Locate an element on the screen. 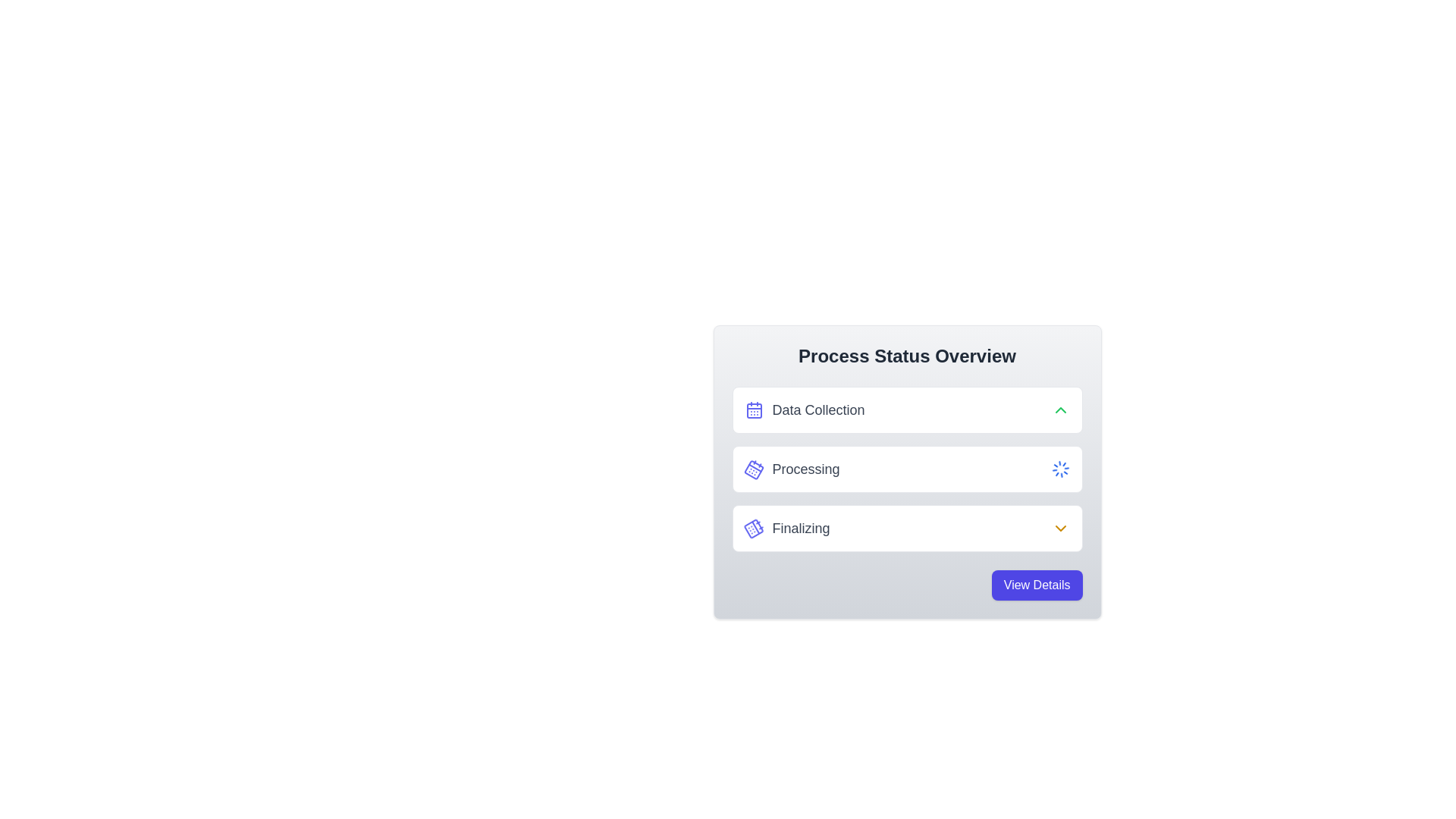 Image resolution: width=1456 pixels, height=819 pixels. the 'Processing' status indicator, which is the second item in the vertically arranged list of statuses, located between 'Data Collection' and 'Finalizing' in the 'Process Status Overview' section is located at coordinates (907, 468).